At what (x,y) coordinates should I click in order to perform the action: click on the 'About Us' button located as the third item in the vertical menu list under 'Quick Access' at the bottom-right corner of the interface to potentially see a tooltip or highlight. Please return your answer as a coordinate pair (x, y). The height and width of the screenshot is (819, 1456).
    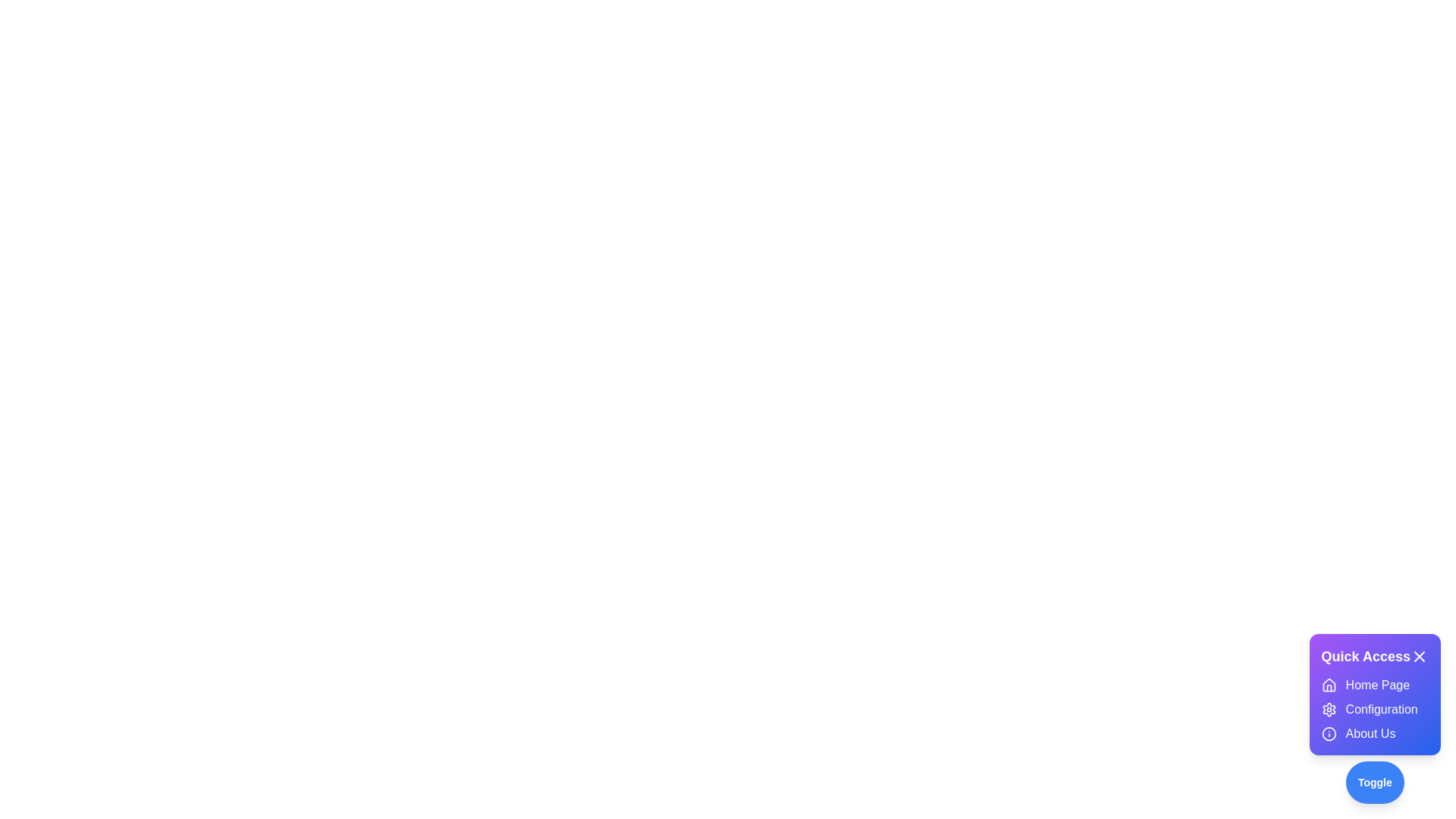
    Looking at the image, I should click on (1375, 733).